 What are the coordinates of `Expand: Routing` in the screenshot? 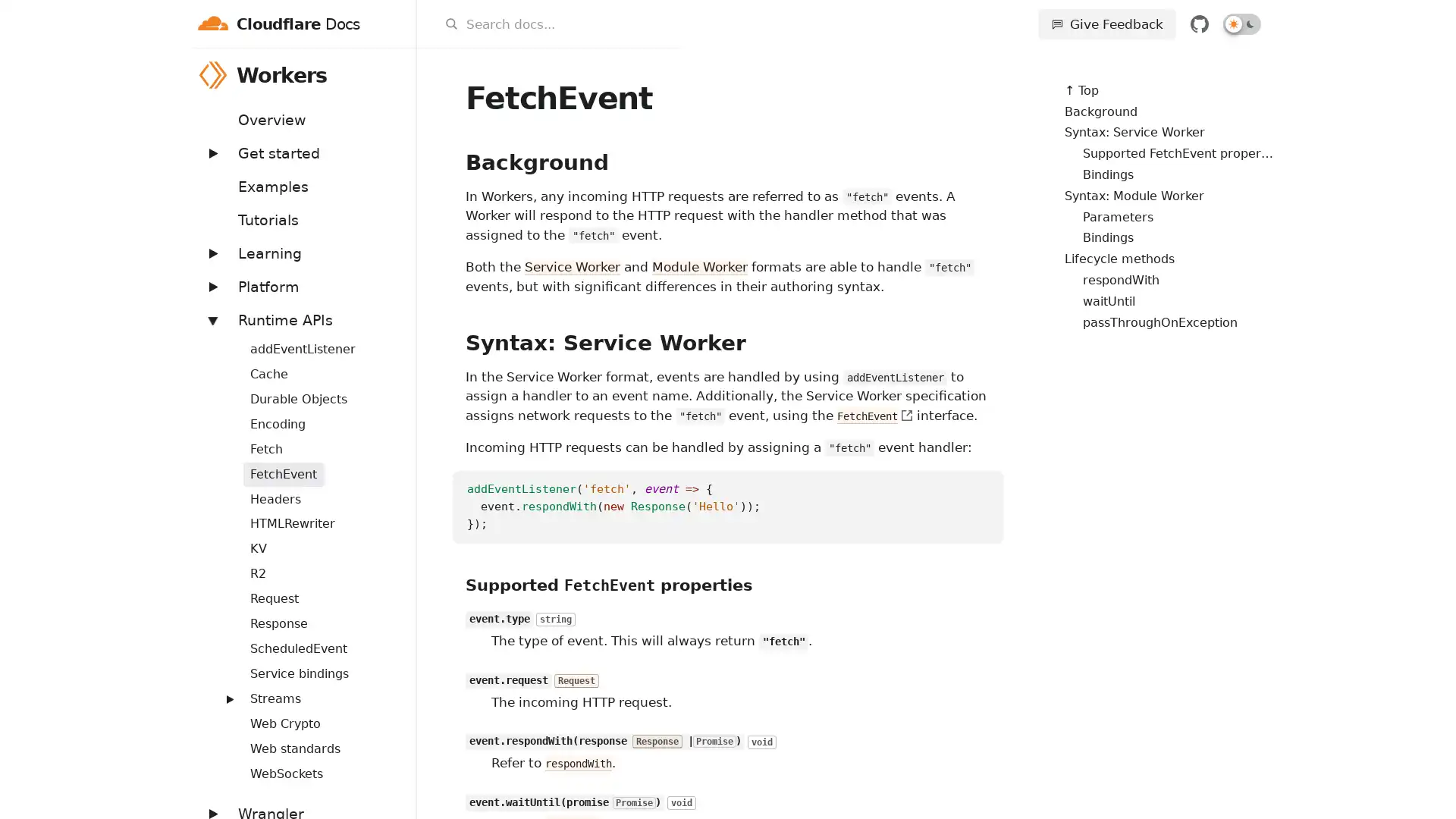 It's located at (221, 640).